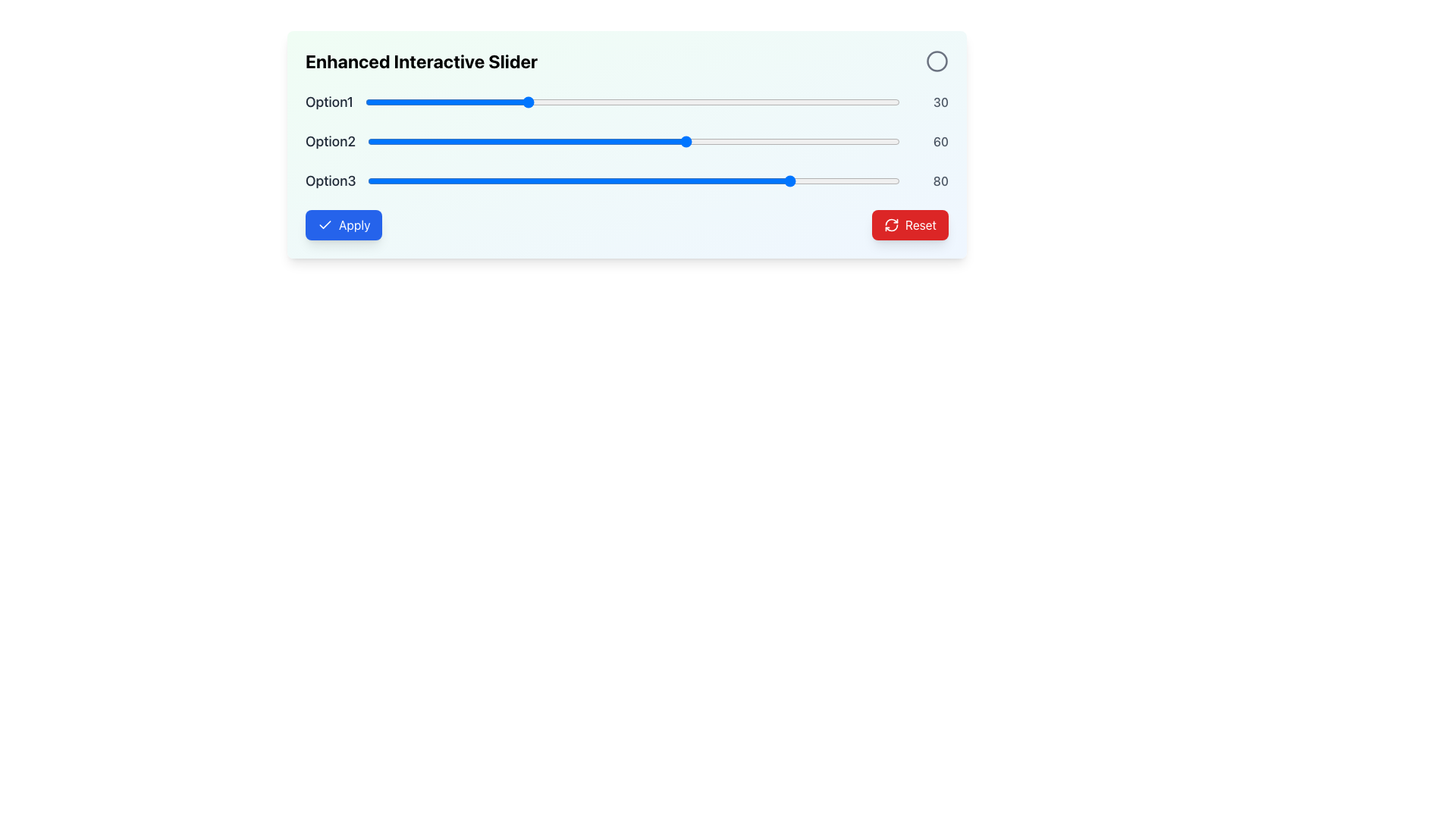 Image resolution: width=1456 pixels, height=819 pixels. I want to click on the reset button located in the bottom-right corner of the interface, so click(910, 225).